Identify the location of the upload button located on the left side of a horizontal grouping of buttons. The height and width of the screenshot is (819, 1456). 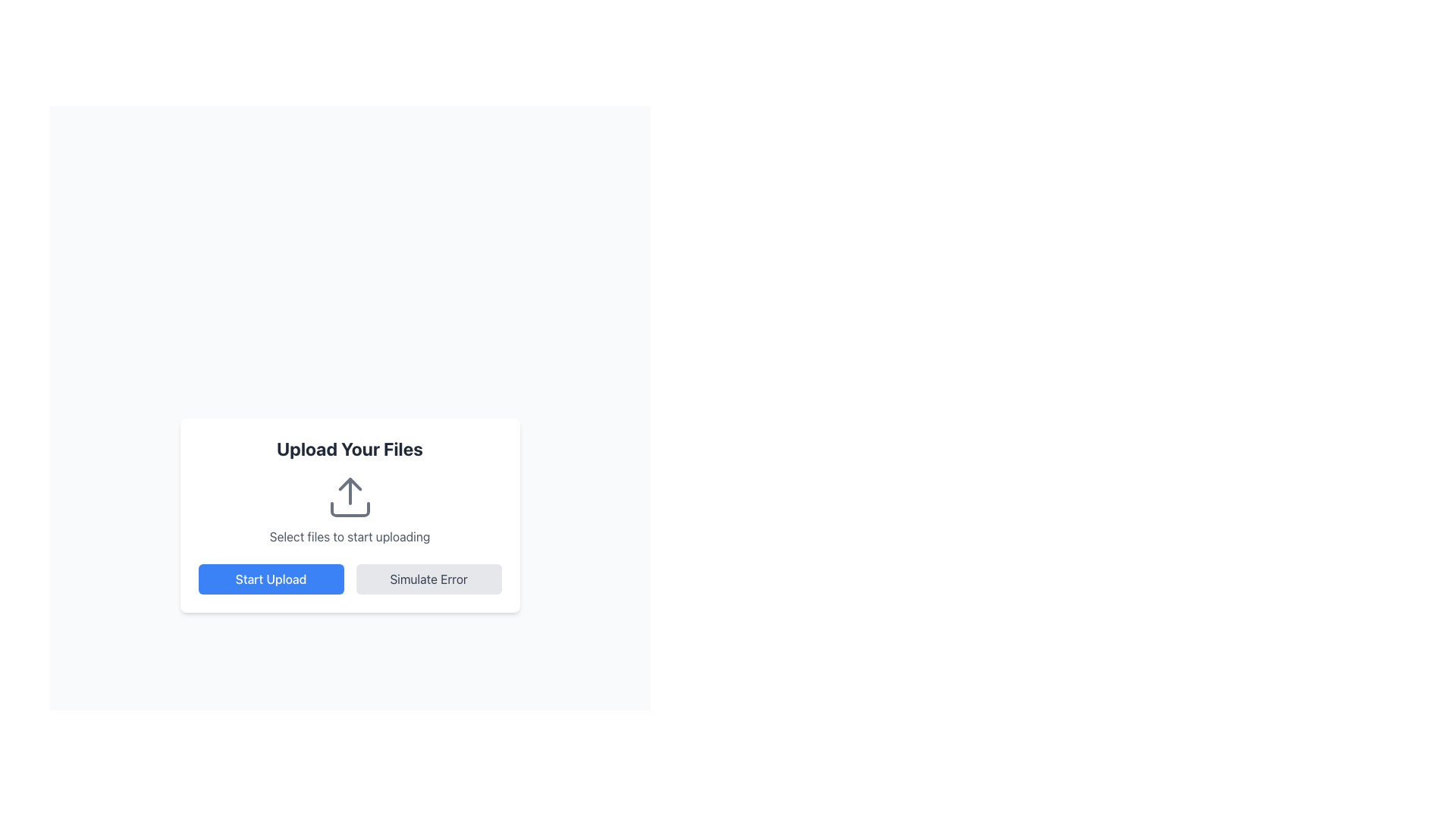
(271, 579).